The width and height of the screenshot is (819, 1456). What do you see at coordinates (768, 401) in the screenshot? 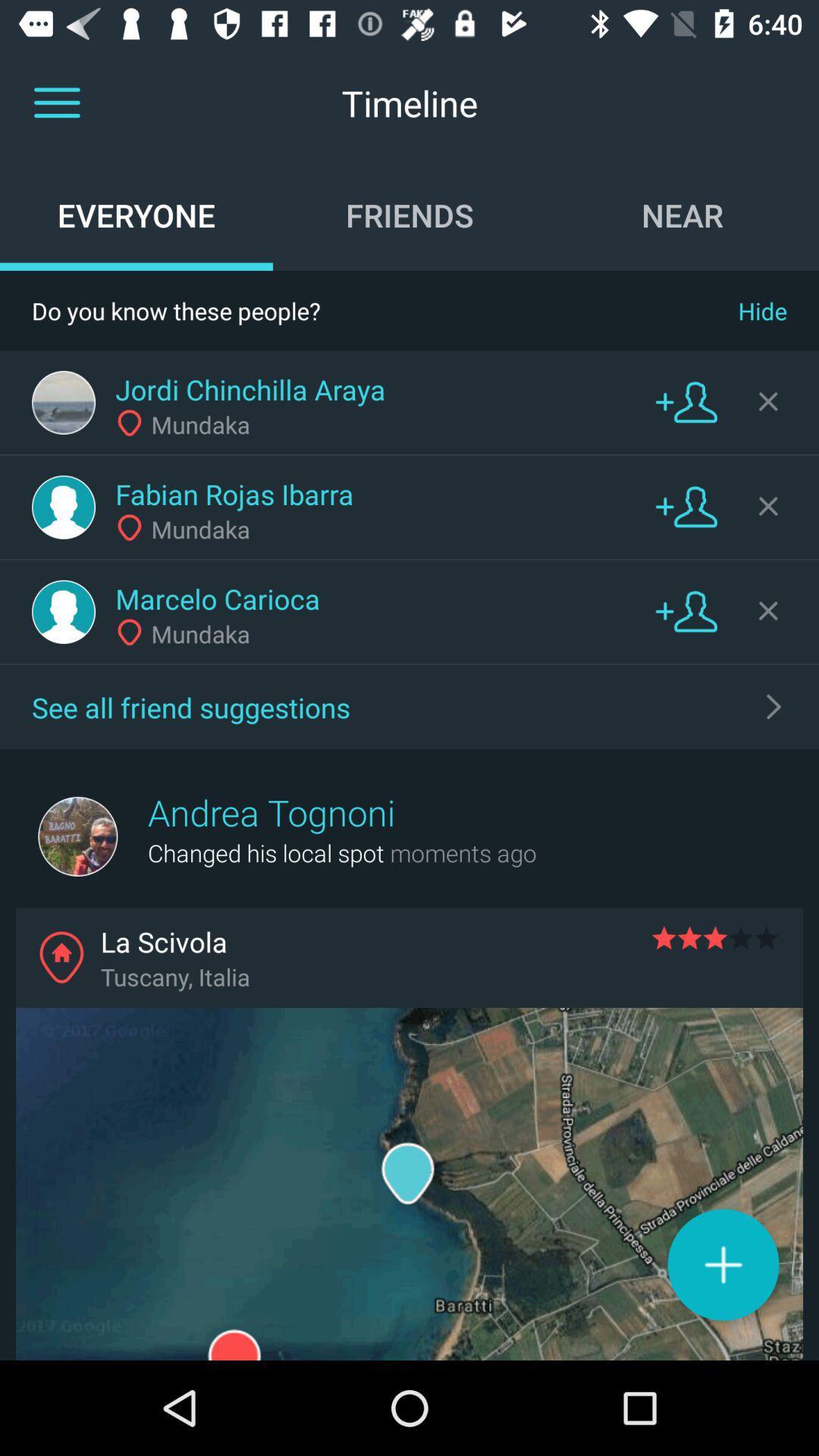
I see `dismiss` at bounding box center [768, 401].